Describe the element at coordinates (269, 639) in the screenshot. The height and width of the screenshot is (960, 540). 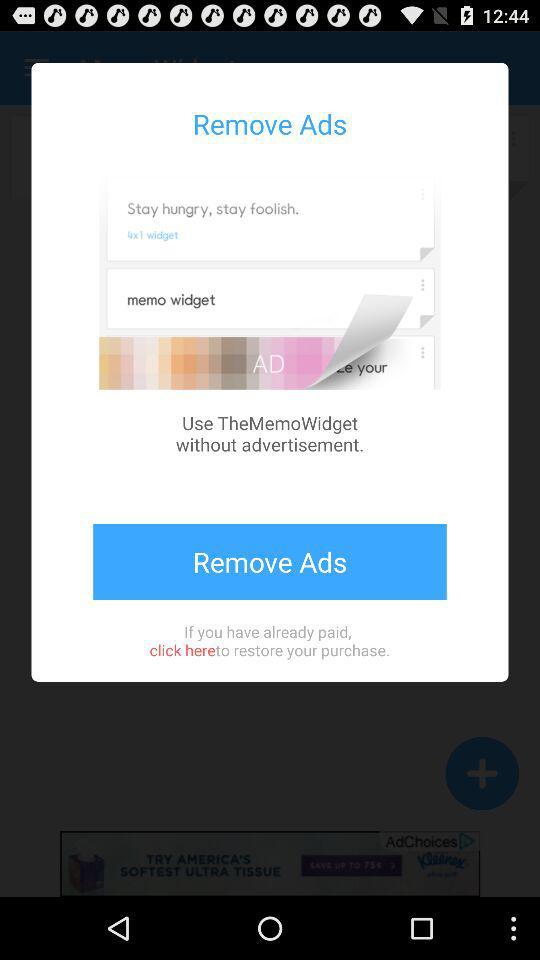
I see `the icon at the bottom` at that location.